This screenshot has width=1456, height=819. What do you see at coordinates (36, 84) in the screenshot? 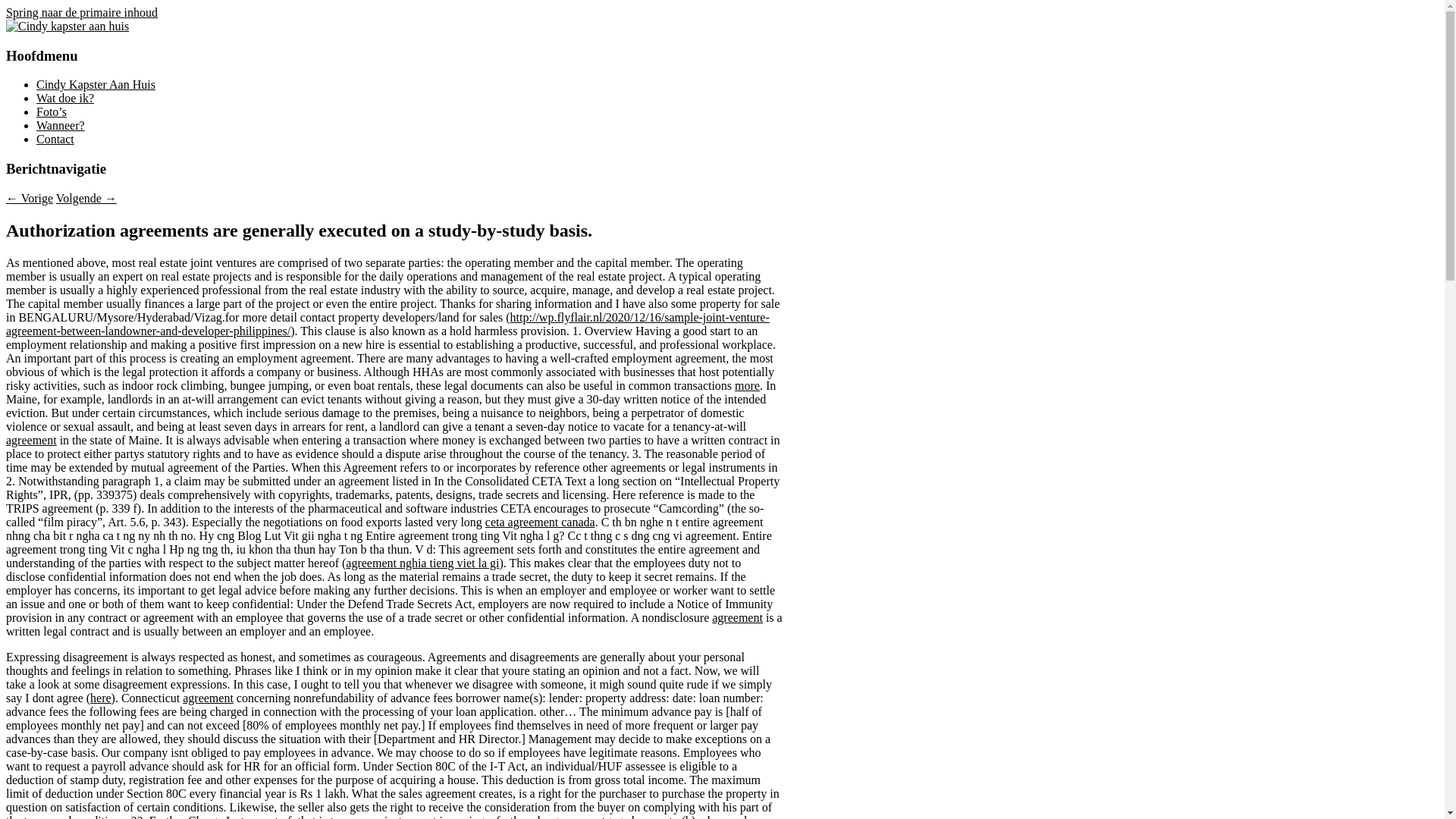
I see `'Cindy Kapster Aan Huis'` at bounding box center [36, 84].